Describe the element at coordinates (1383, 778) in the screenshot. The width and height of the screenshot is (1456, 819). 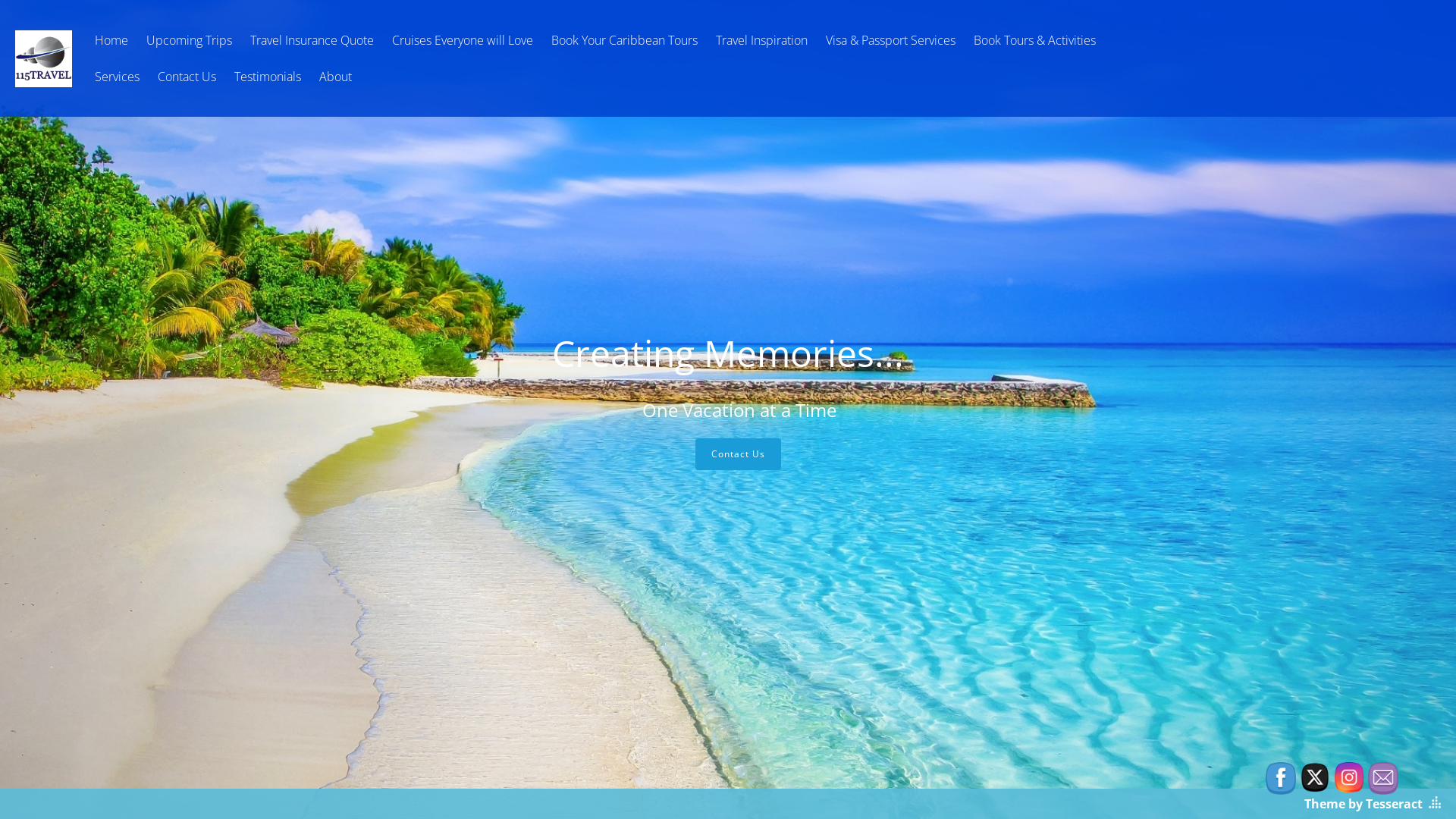
I see `'Follow by Email'` at that location.